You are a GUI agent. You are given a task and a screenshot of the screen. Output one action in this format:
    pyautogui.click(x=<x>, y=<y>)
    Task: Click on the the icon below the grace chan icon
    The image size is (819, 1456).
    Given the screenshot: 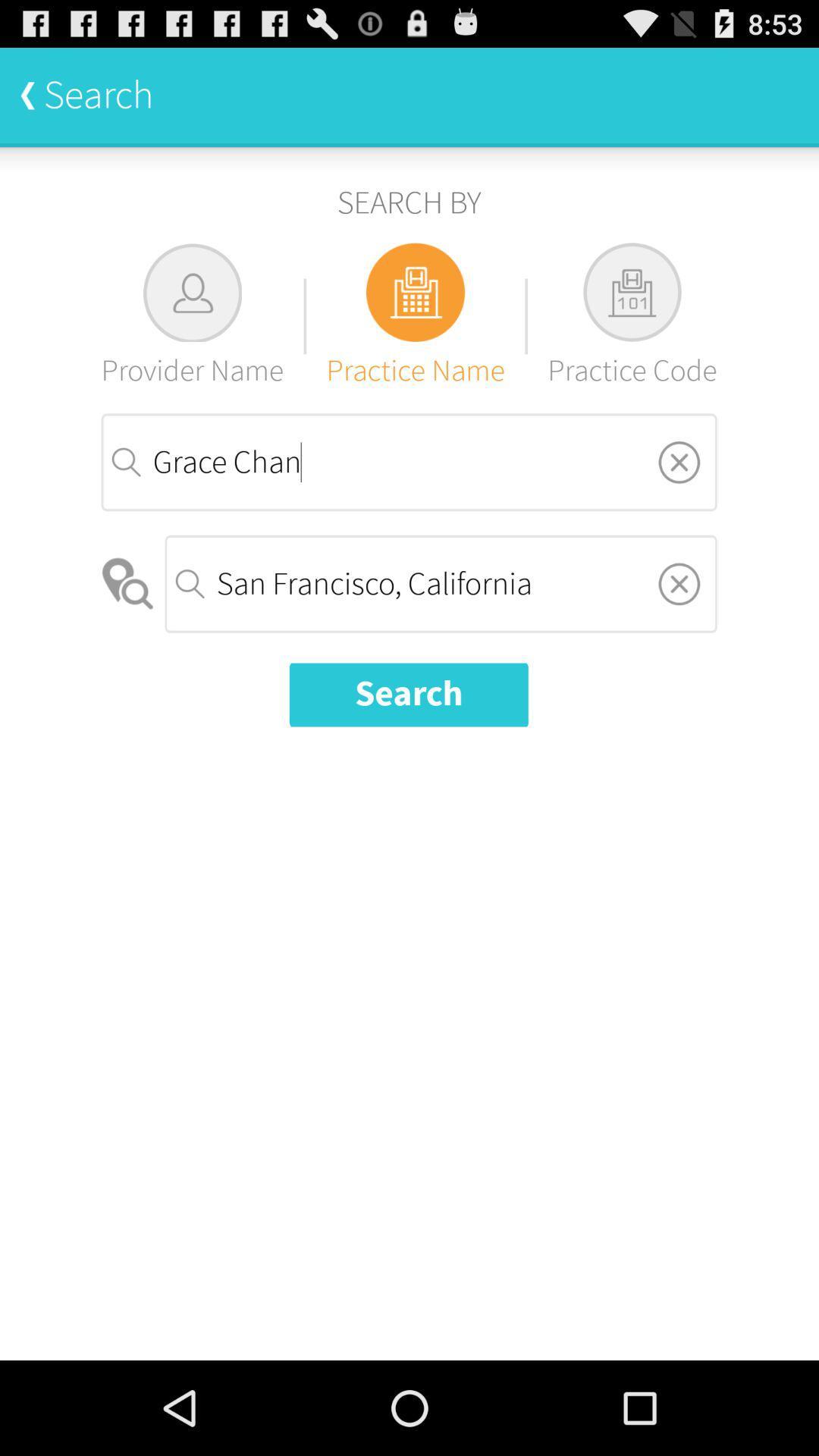 What is the action you would take?
    pyautogui.click(x=678, y=582)
    